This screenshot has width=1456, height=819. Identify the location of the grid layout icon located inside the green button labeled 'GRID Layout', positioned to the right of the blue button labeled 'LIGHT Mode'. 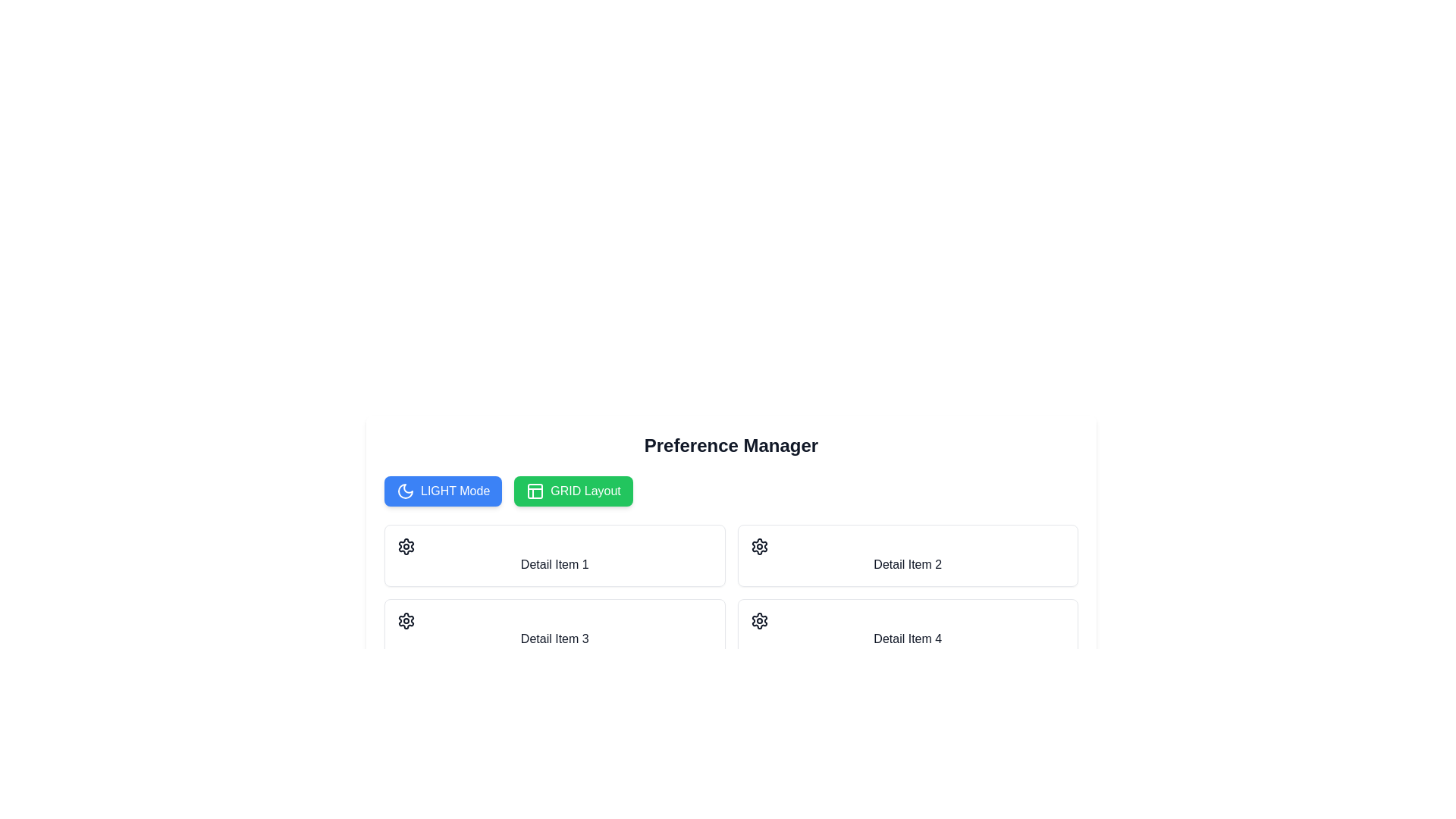
(535, 491).